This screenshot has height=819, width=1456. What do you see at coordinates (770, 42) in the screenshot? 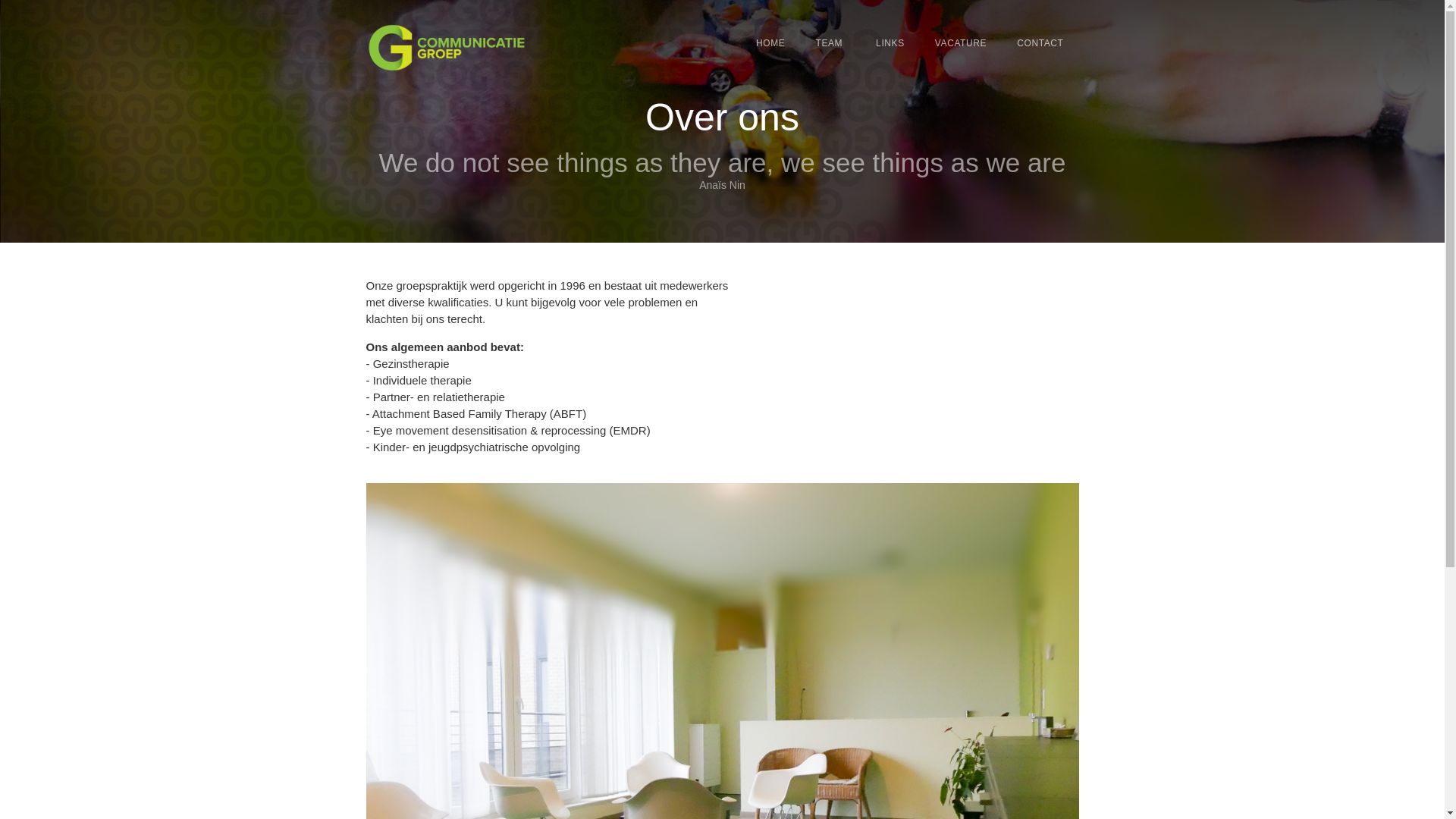
I see `'HOME'` at bounding box center [770, 42].